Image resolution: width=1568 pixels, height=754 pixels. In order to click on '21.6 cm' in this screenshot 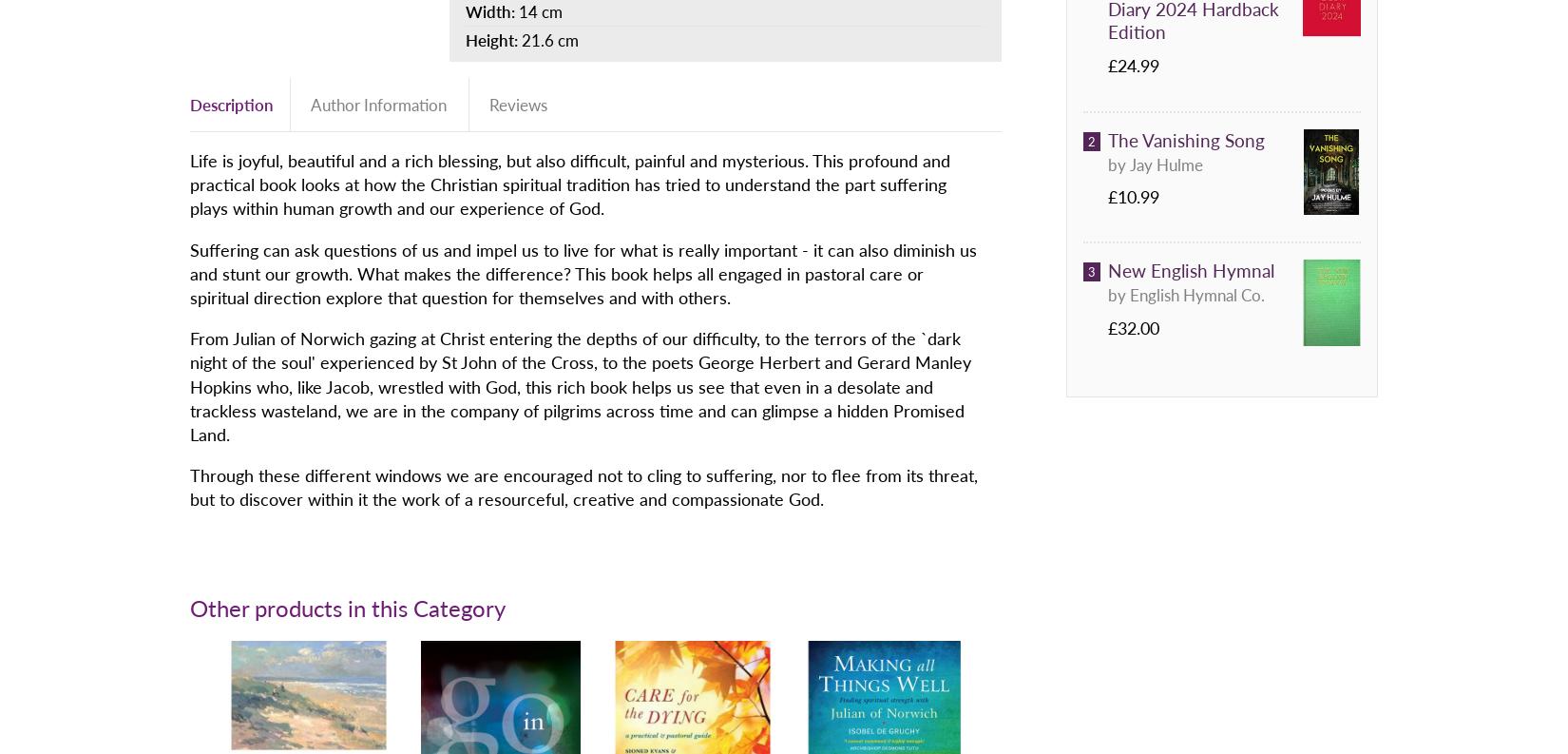, I will do `click(548, 37)`.